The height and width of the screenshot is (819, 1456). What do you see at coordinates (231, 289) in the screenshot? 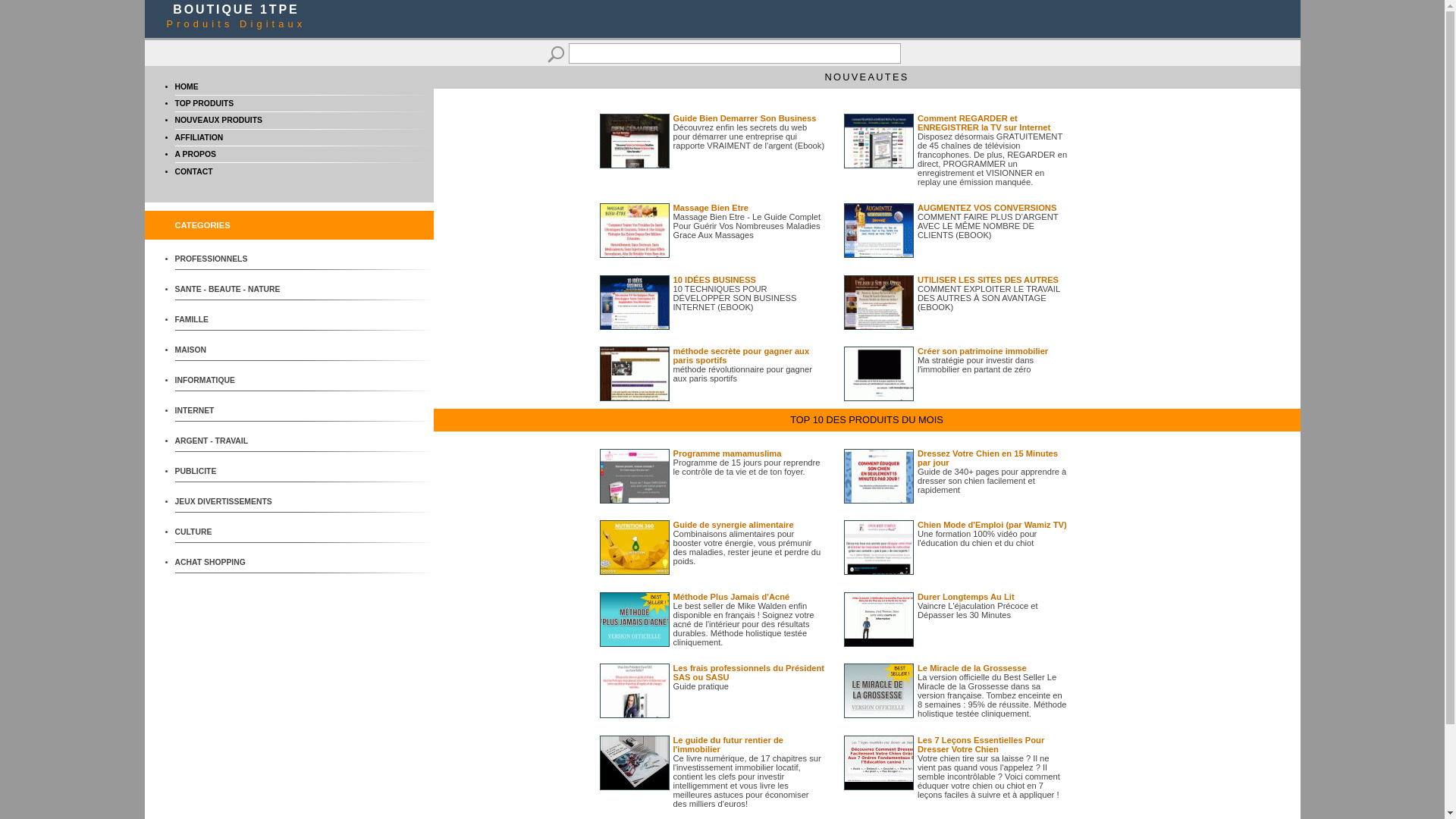
I see `'SANTE - BEAUTE - NATURE'` at bounding box center [231, 289].